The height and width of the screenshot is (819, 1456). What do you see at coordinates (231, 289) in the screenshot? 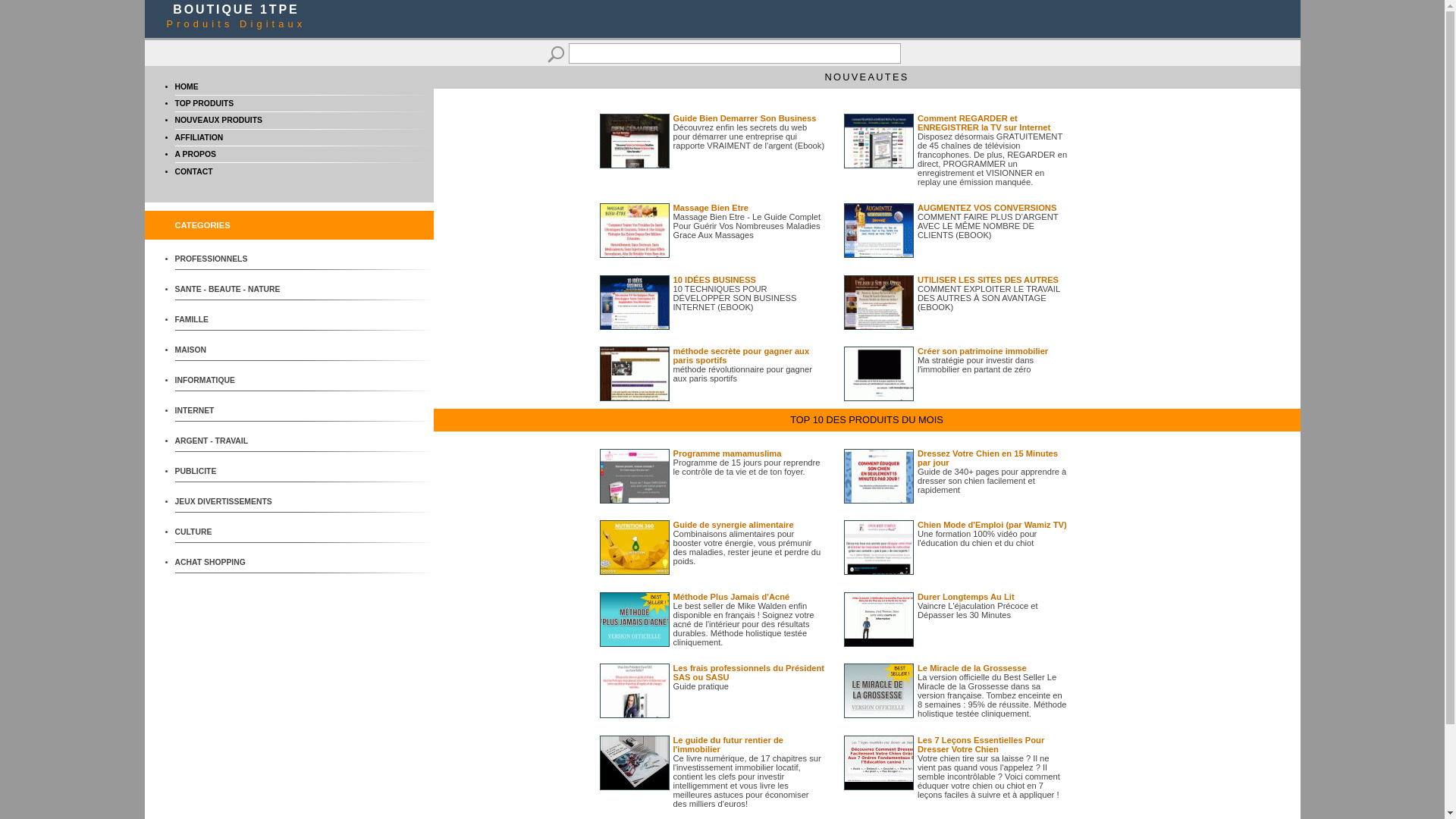
I see `'SANTE - BEAUTE - NATURE'` at bounding box center [231, 289].